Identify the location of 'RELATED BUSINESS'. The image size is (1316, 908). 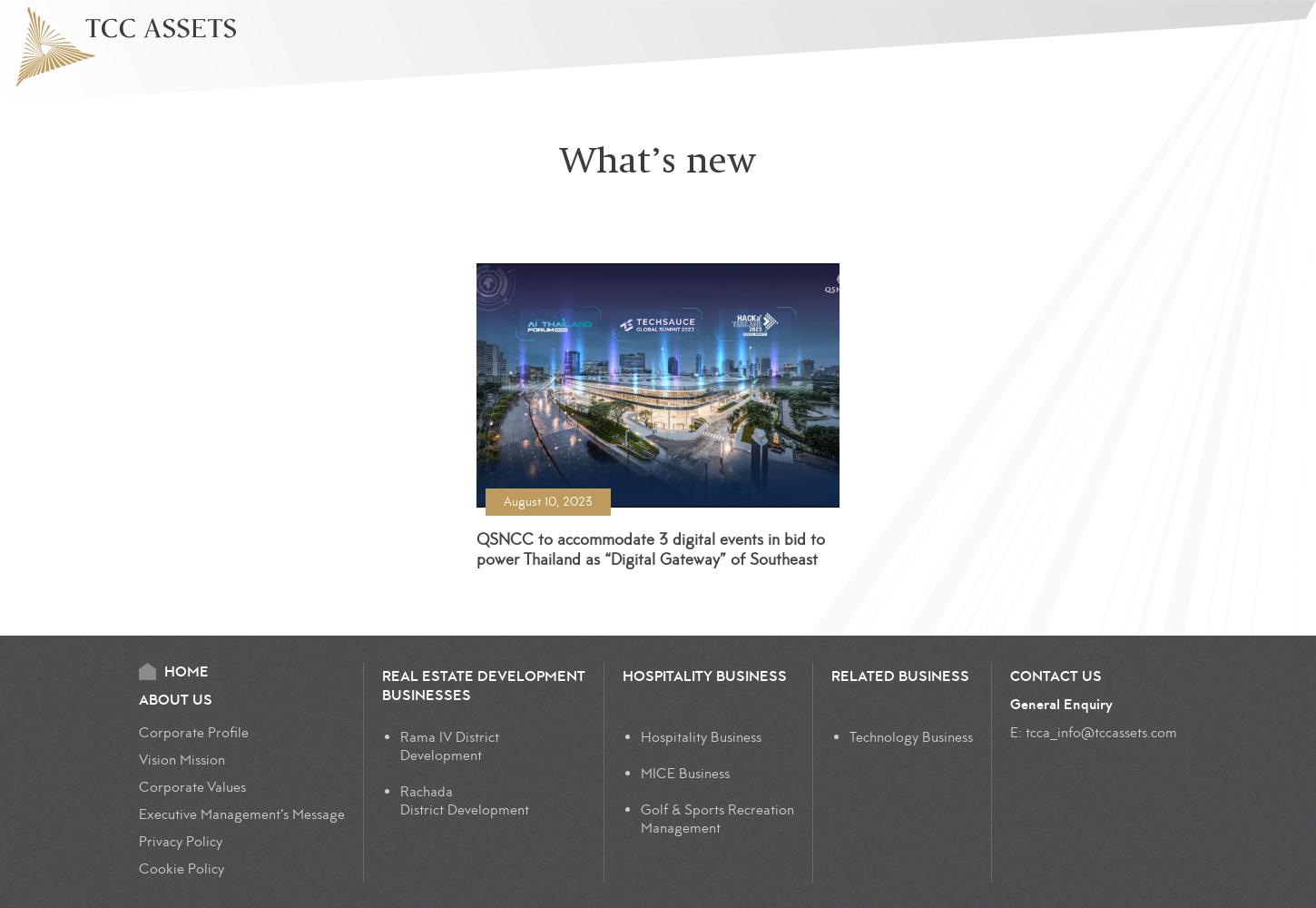
(899, 676).